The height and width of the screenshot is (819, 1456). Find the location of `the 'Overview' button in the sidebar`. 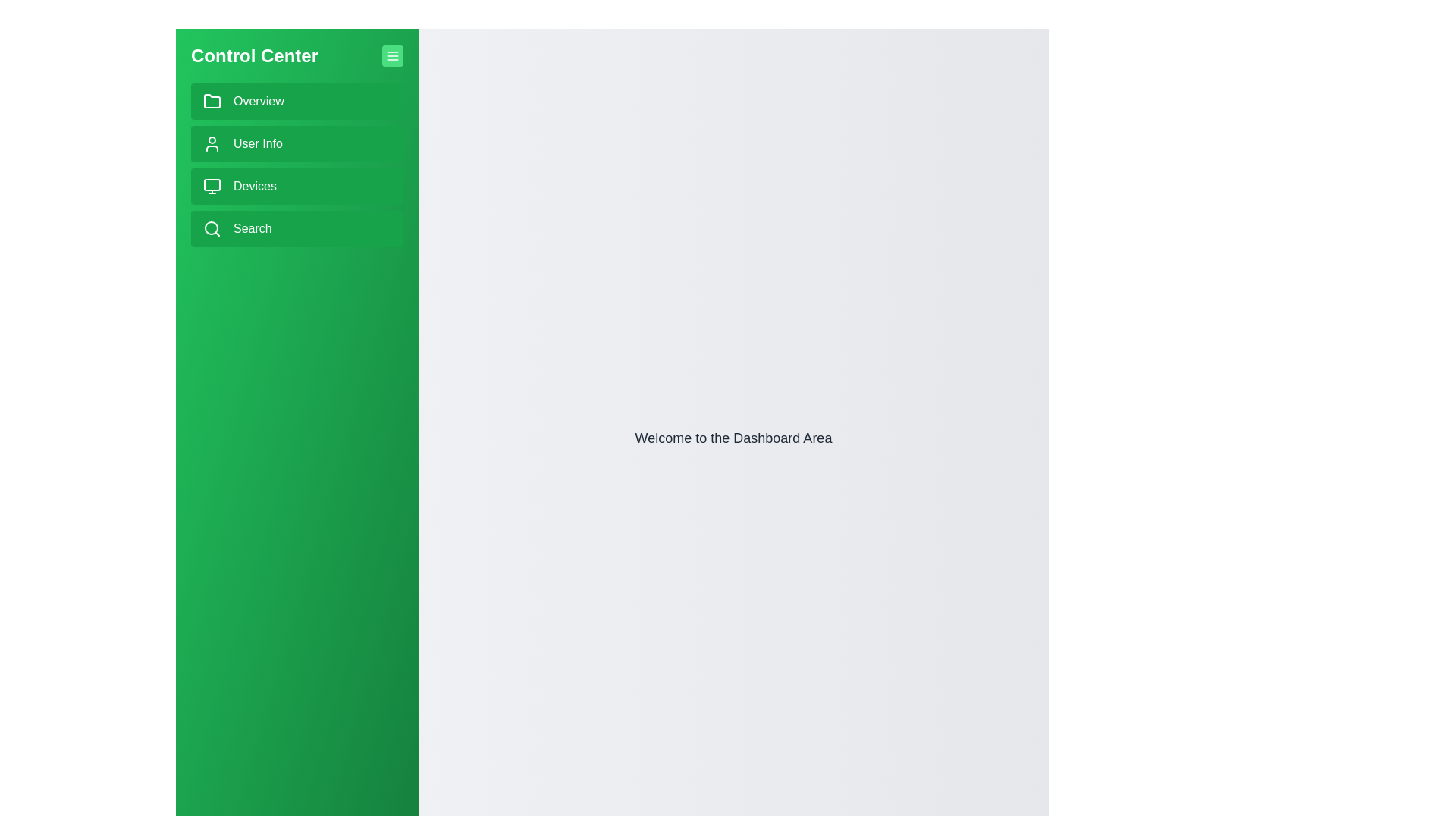

the 'Overview' button in the sidebar is located at coordinates (297, 102).